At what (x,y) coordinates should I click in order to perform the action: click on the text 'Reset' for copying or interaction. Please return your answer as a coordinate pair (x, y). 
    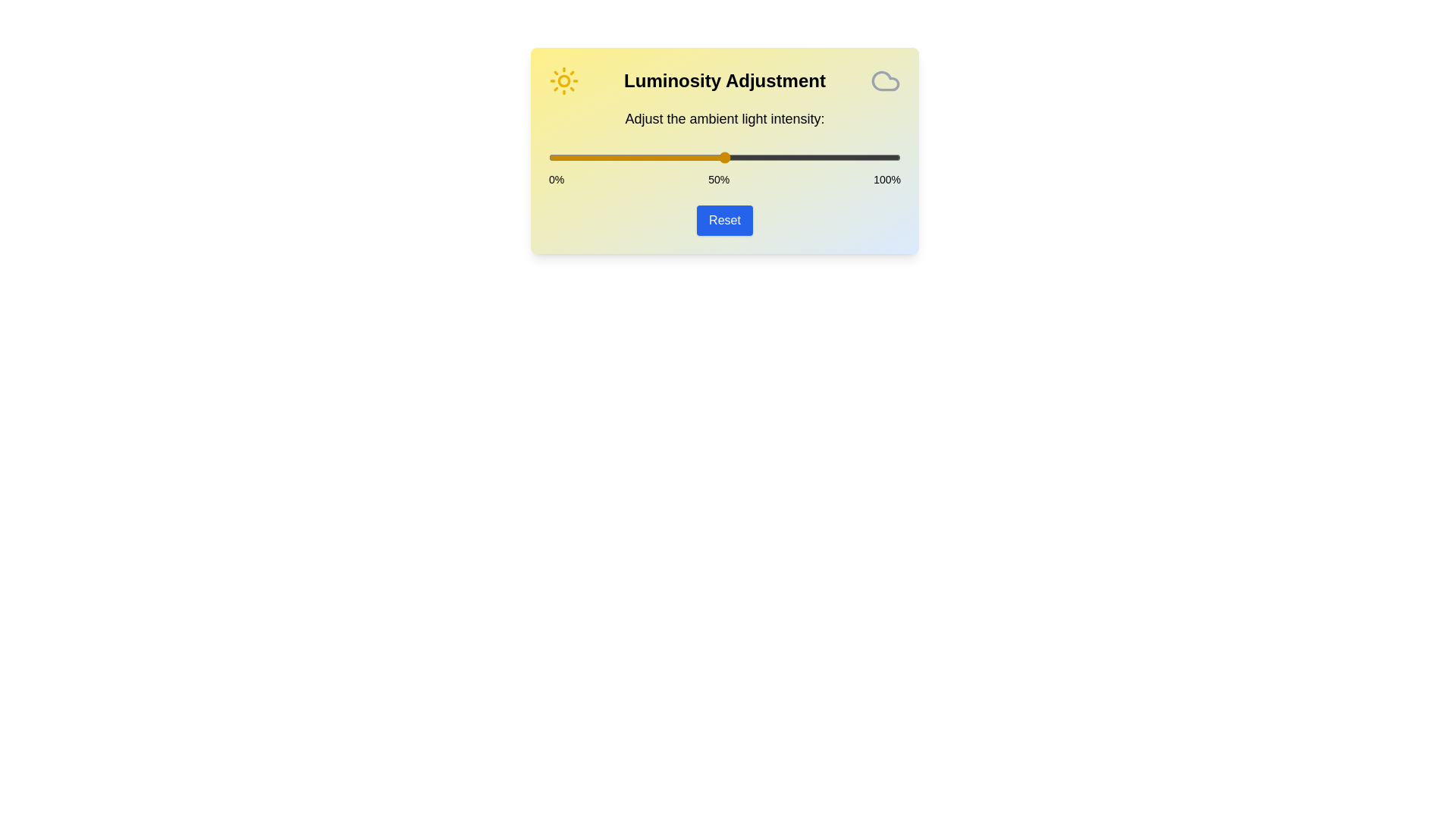
    Looking at the image, I should click on (723, 220).